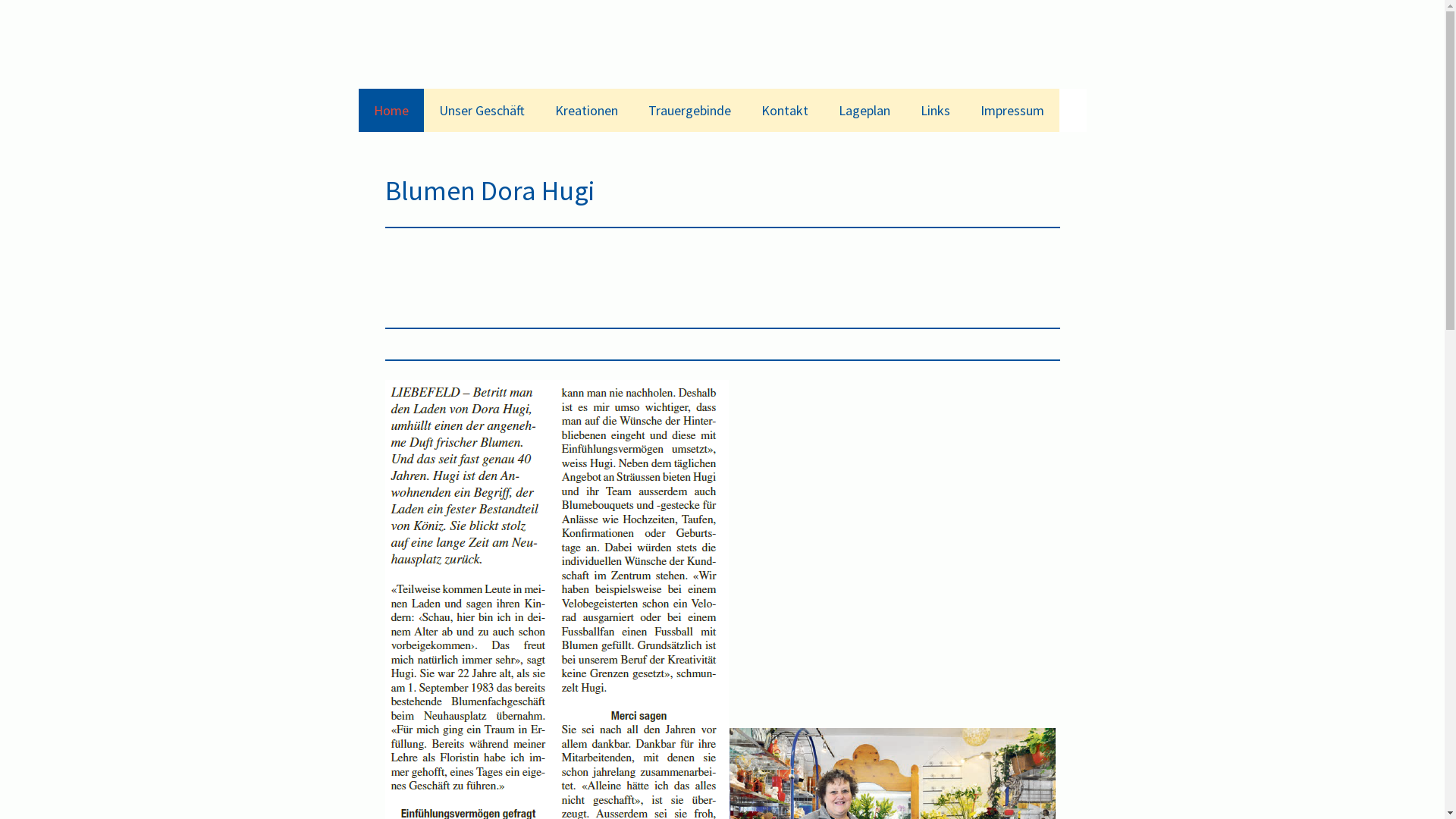  Describe the element at coordinates (785, 109) in the screenshot. I see `'Kontakt'` at that location.